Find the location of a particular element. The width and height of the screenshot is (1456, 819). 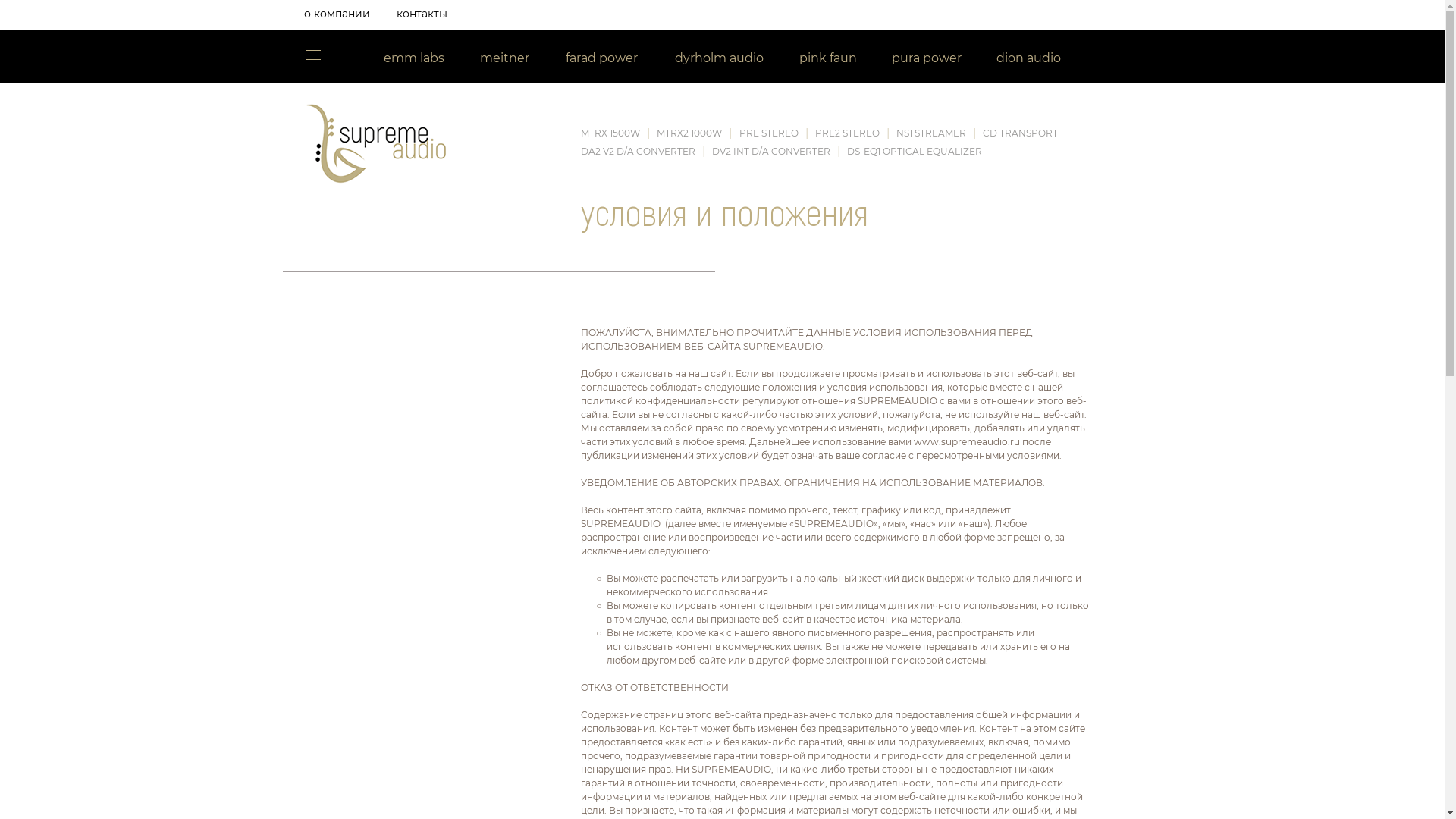

'DV2 INT D/A CONVERTER' is located at coordinates (771, 151).